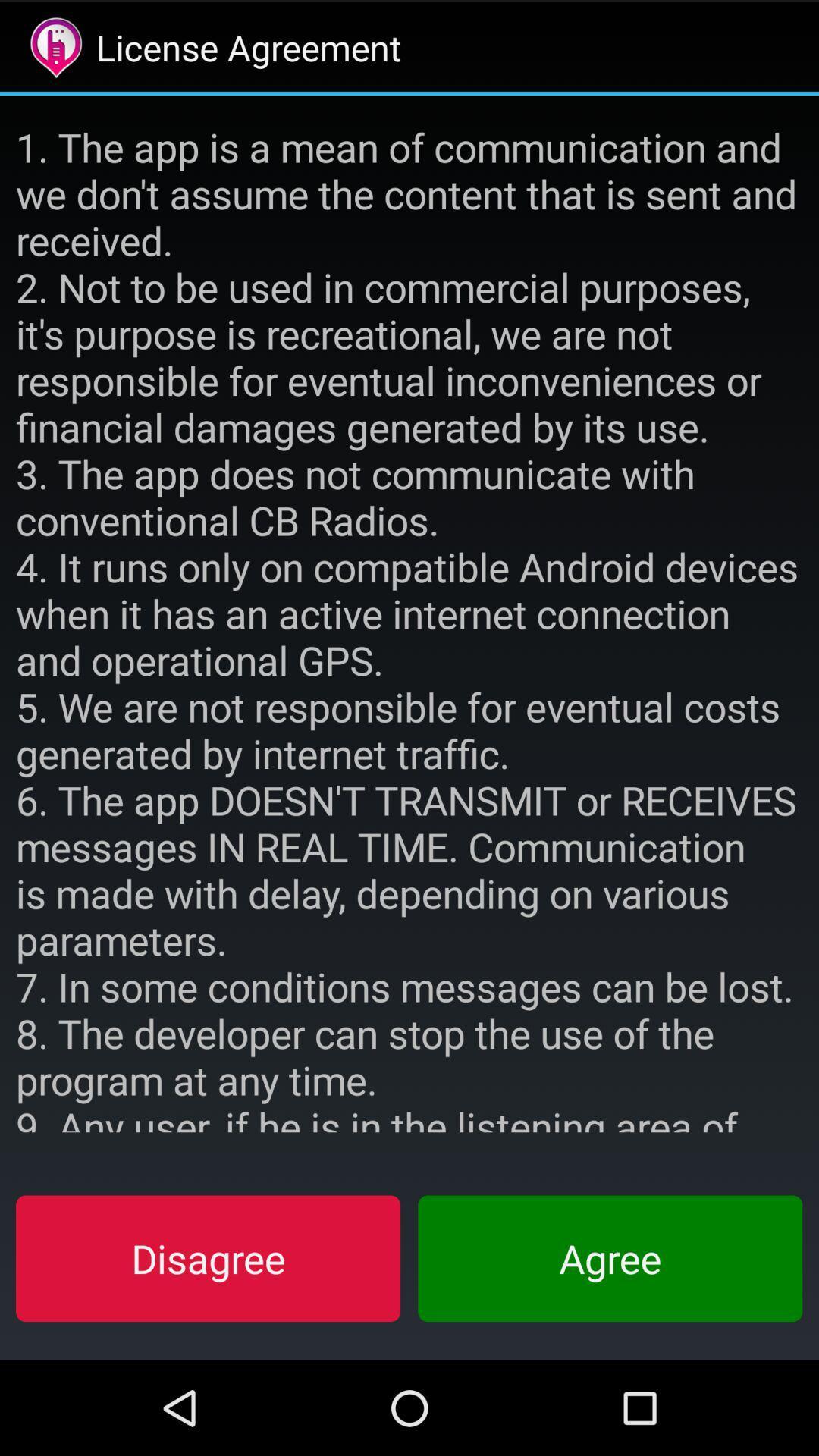 The image size is (819, 1456). What do you see at coordinates (208, 1258) in the screenshot?
I see `icon to the left of agree button` at bounding box center [208, 1258].